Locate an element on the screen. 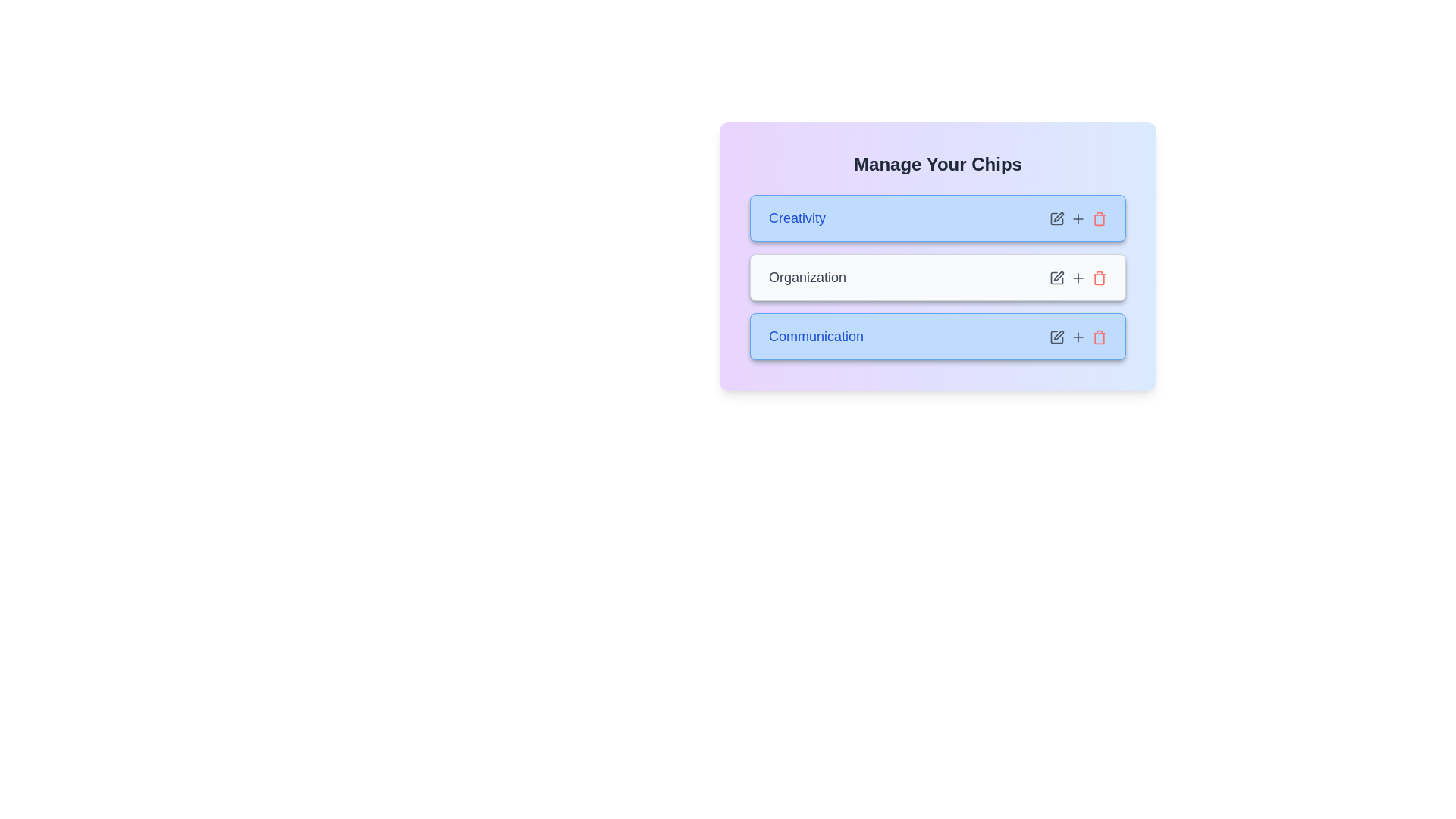 The width and height of the screenshot is (1456, 819). delete icon for the chip labeled 'Creativity' is located at coordinates (1099, 218).